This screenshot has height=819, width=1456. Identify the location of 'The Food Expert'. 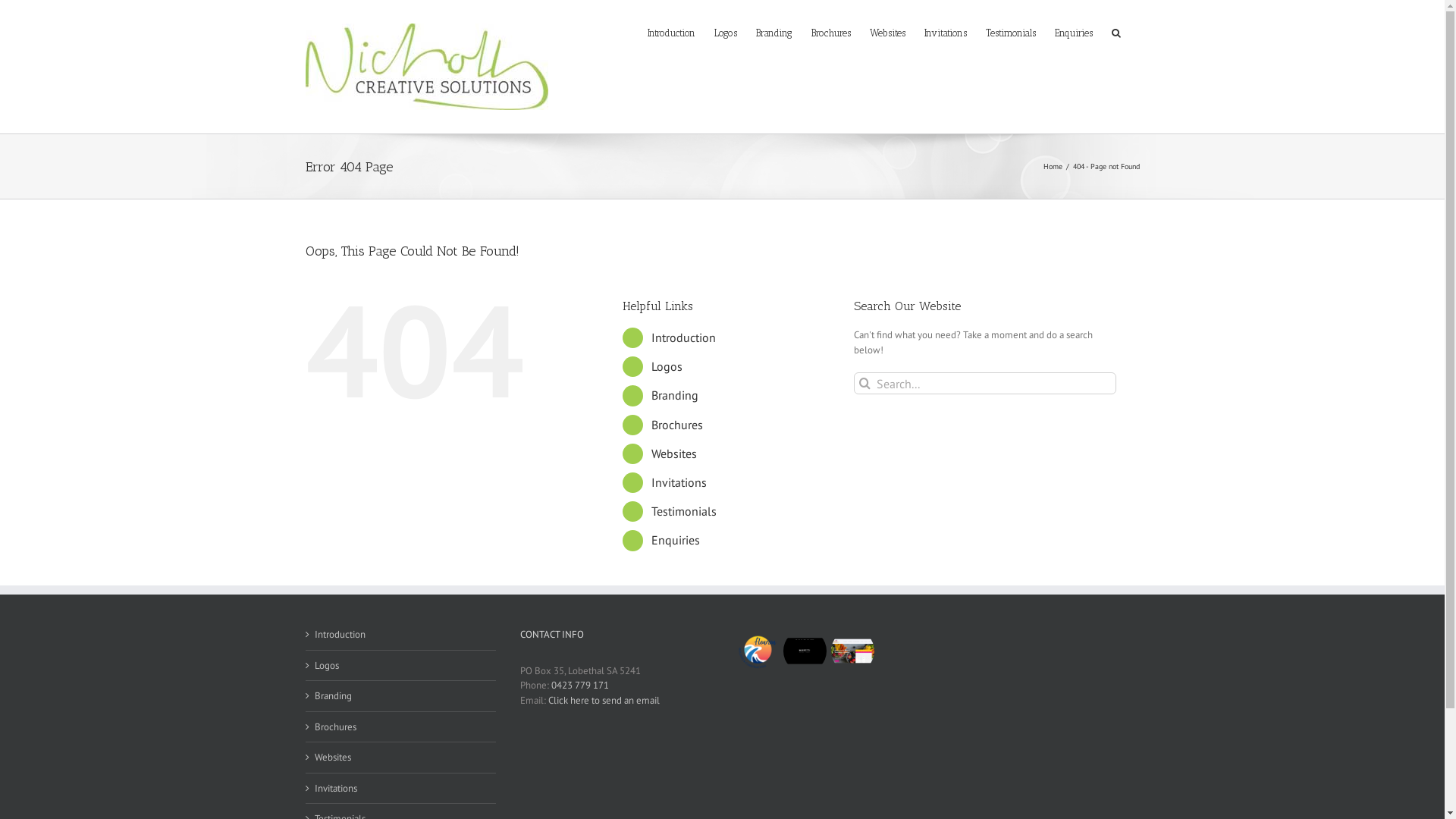
(852, 650).